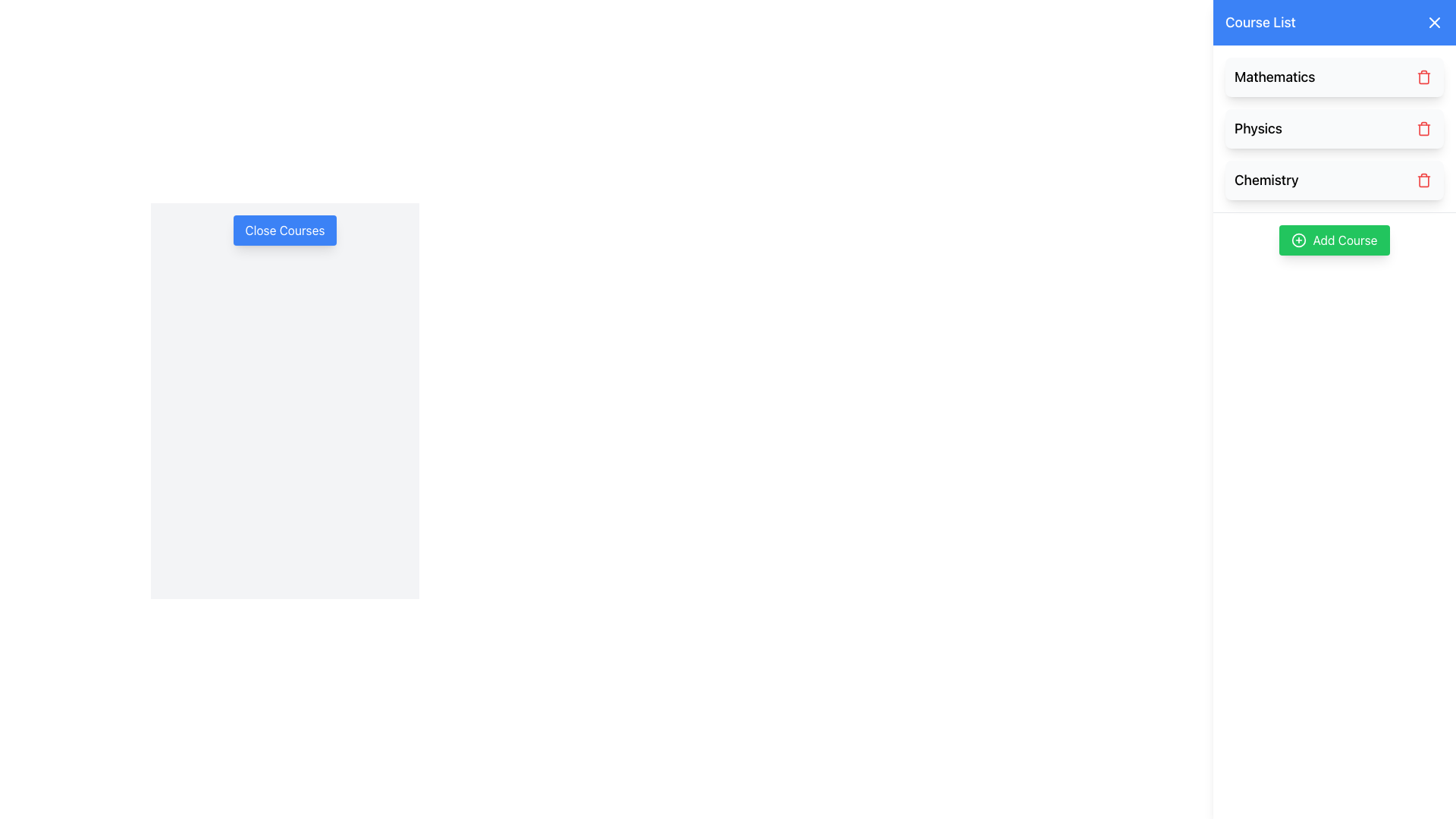 This screenshot has height=819, width=1456. I want to click on the close button located at the top-right corner of the 'Course List' header to receive additional visual feedback, so click(1433, 23).